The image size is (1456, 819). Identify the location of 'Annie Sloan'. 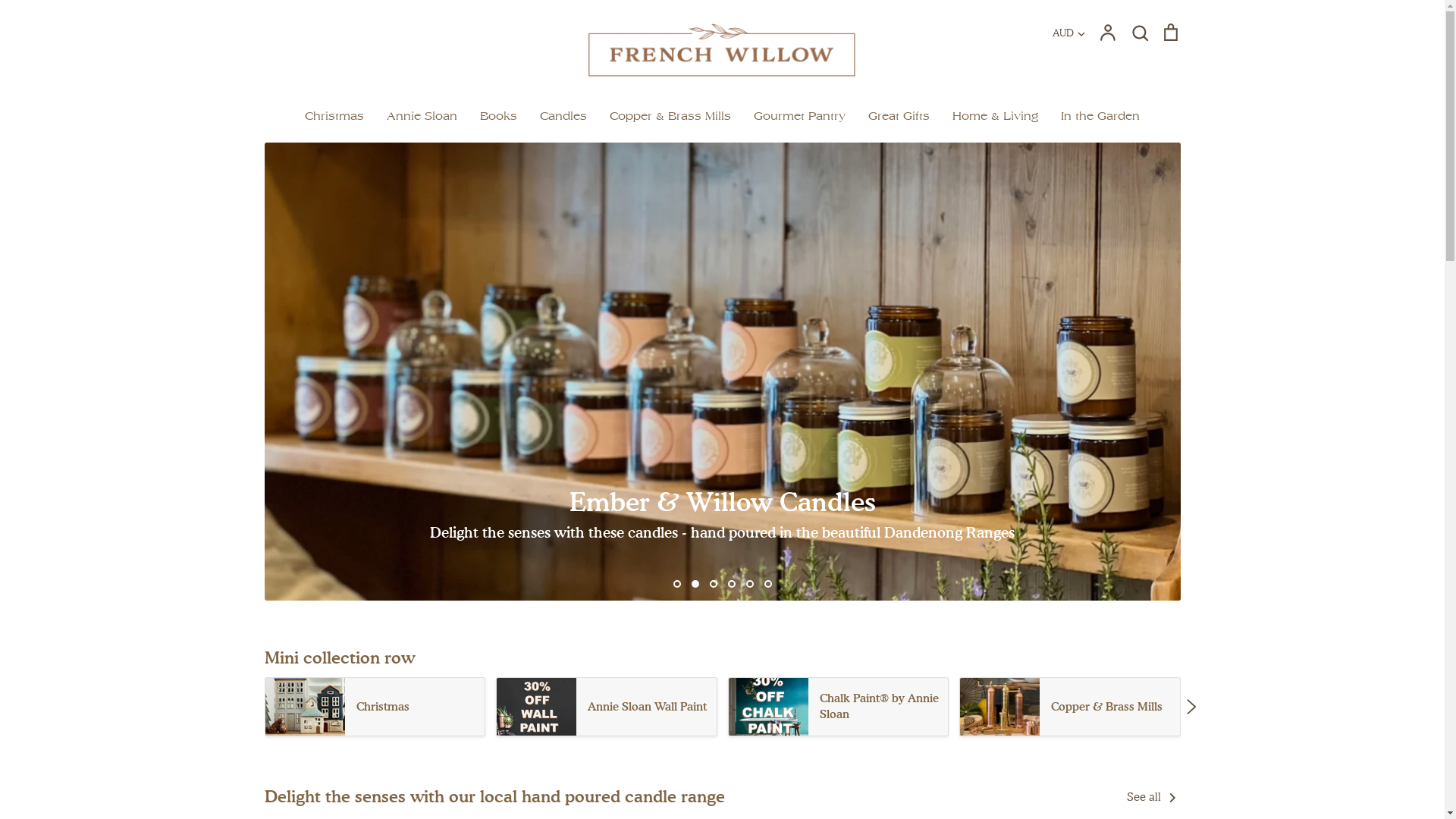
(422, 115).